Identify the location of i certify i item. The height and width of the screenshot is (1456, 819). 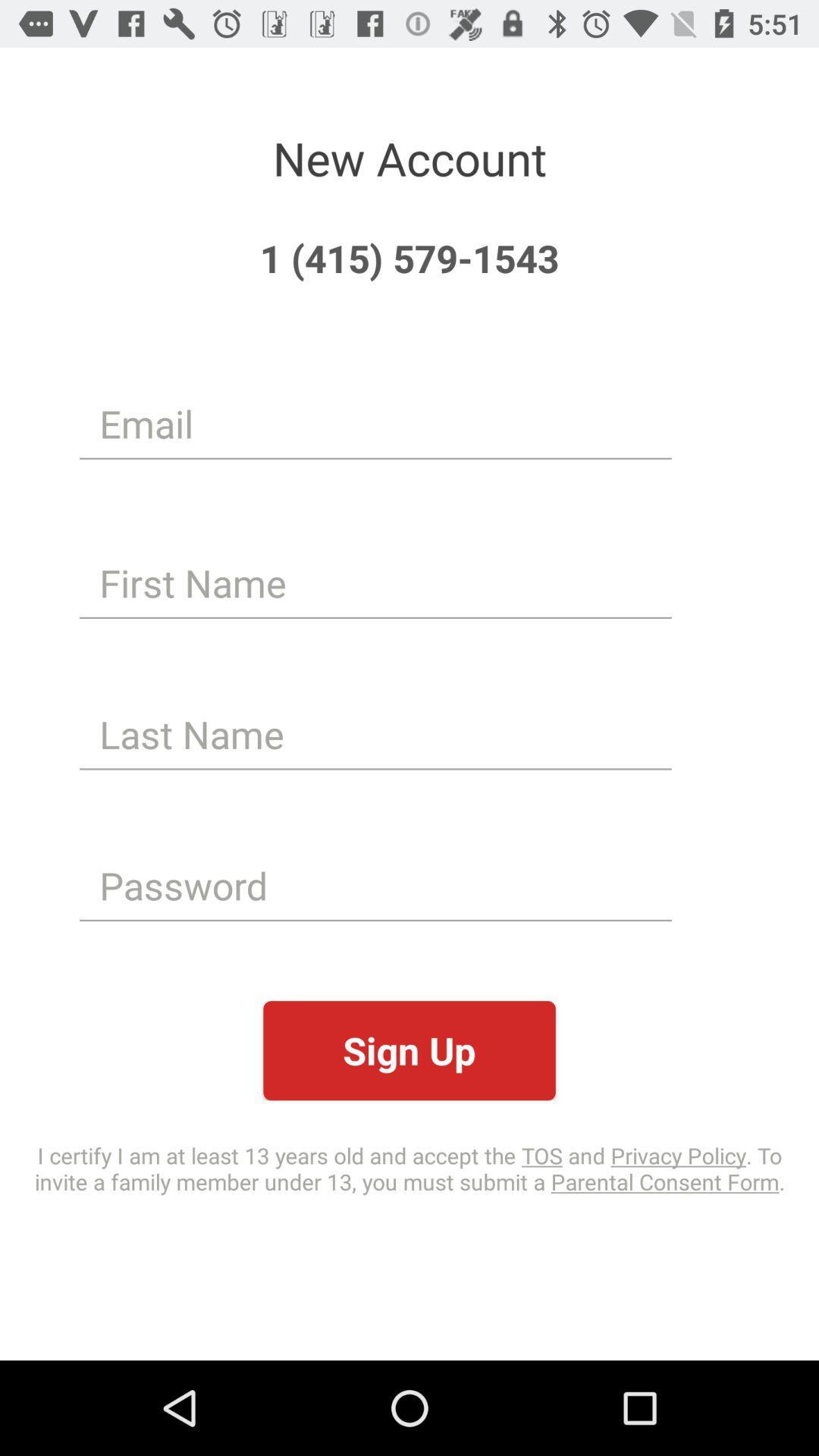
(409, 1167).